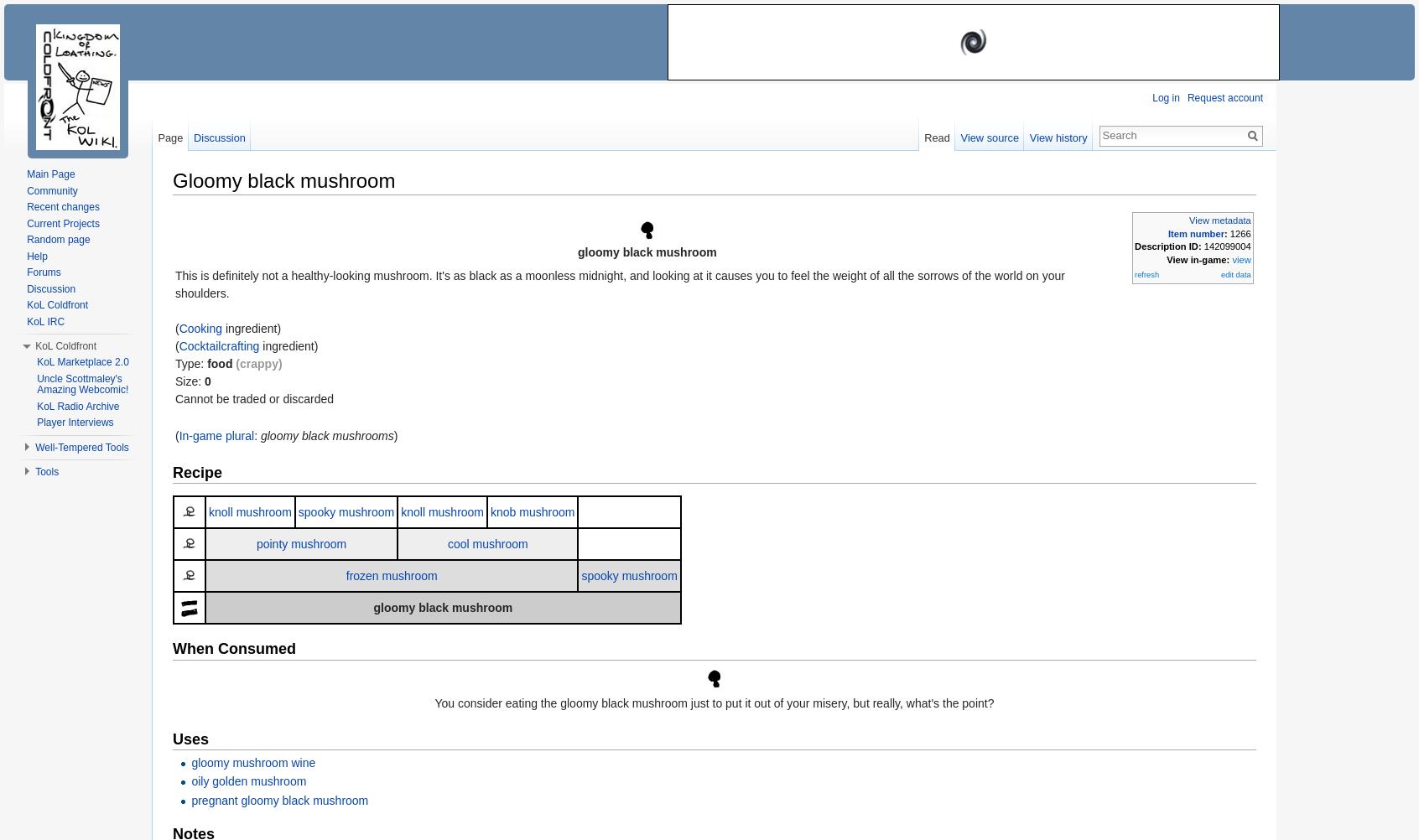 The image size is (1419, 840). Describe the element at coordinates (1234, 272) in the screenshot. I see `'edit data'` at that location.